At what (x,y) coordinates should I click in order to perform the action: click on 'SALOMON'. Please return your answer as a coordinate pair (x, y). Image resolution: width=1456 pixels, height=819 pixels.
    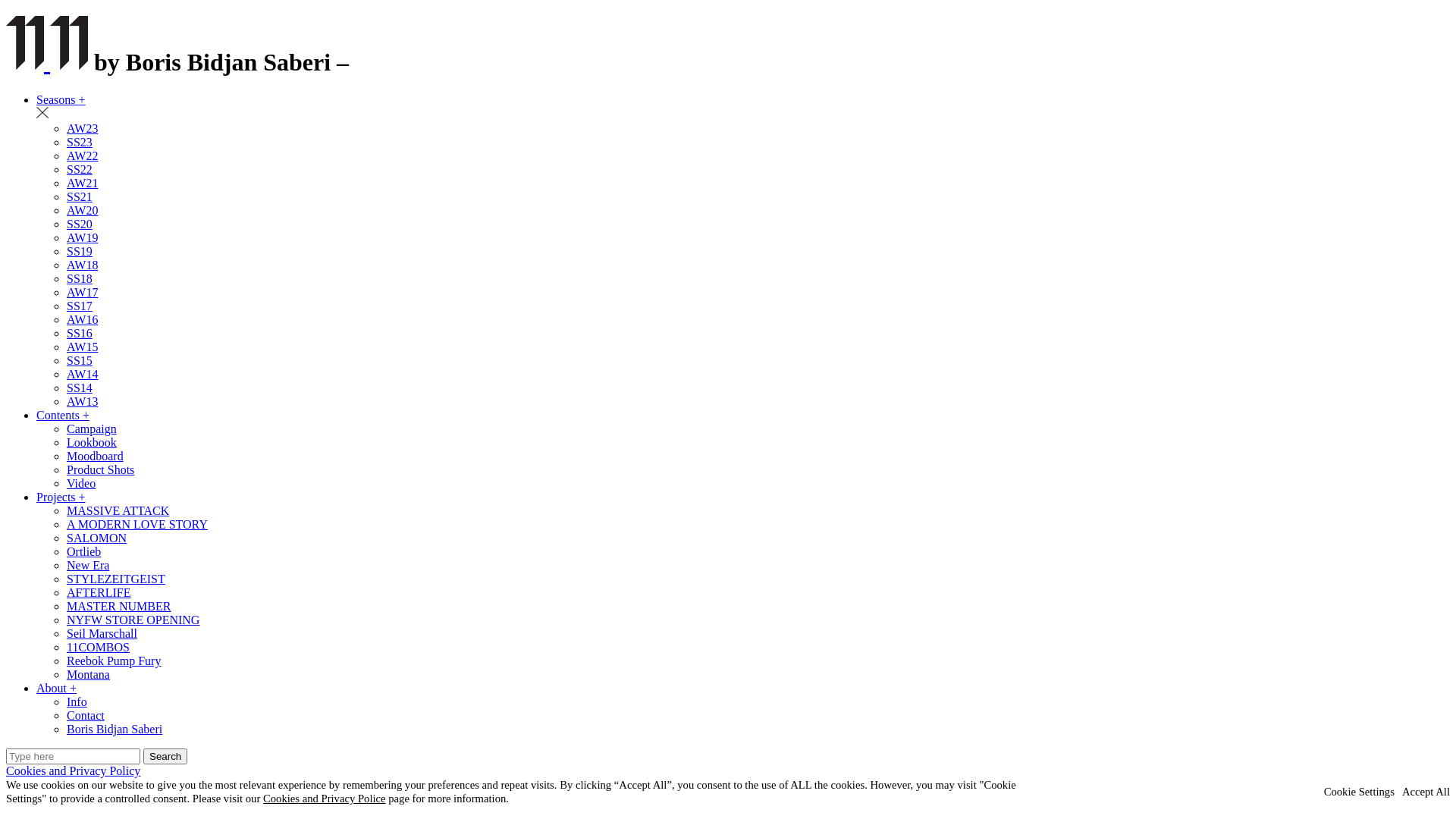
    Looking at the image, I should click on (65, 537).